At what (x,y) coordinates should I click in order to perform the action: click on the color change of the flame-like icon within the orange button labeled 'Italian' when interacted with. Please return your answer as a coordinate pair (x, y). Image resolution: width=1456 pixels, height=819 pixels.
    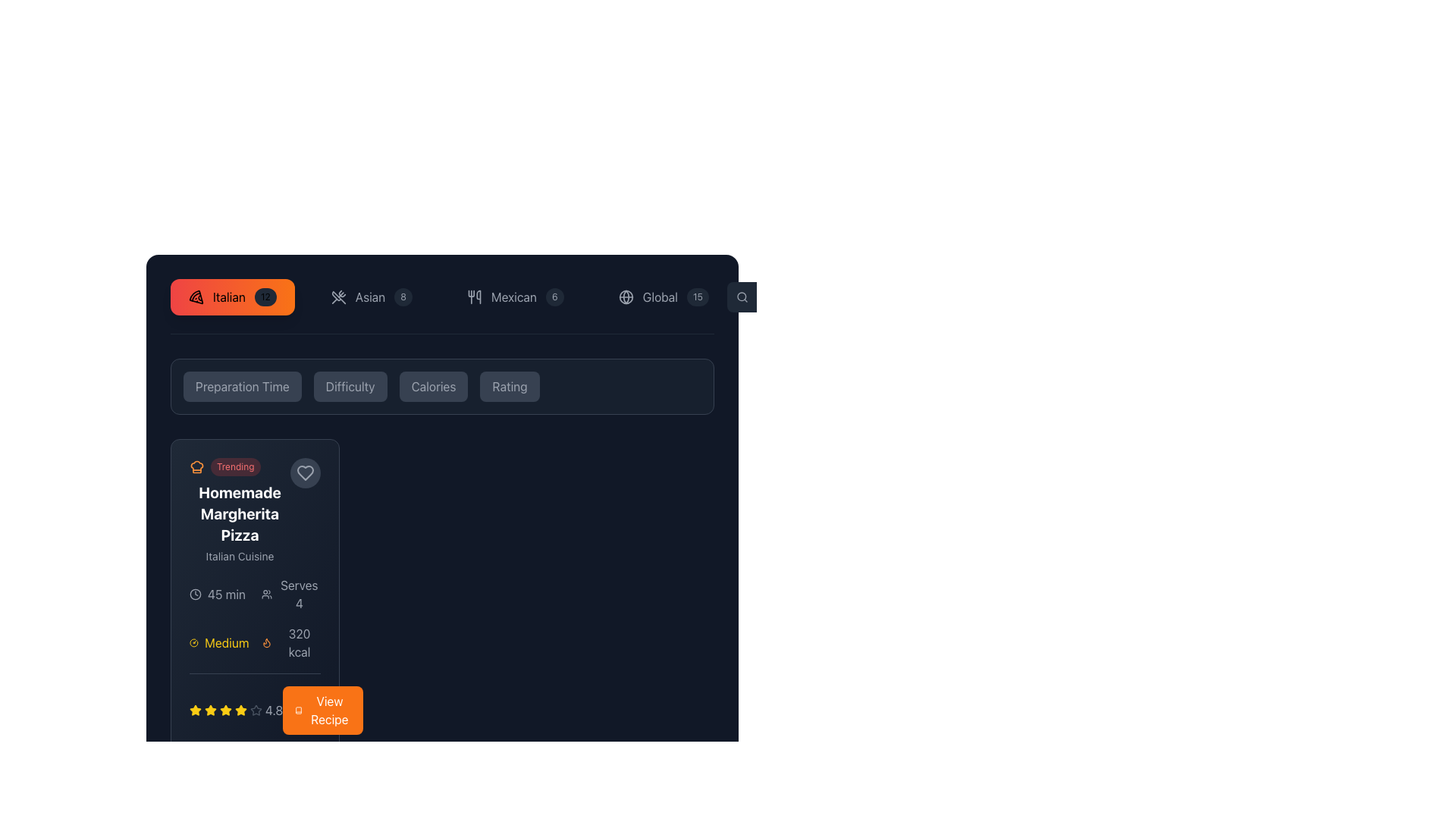
    Looking at the image, I should click on (266, 643).